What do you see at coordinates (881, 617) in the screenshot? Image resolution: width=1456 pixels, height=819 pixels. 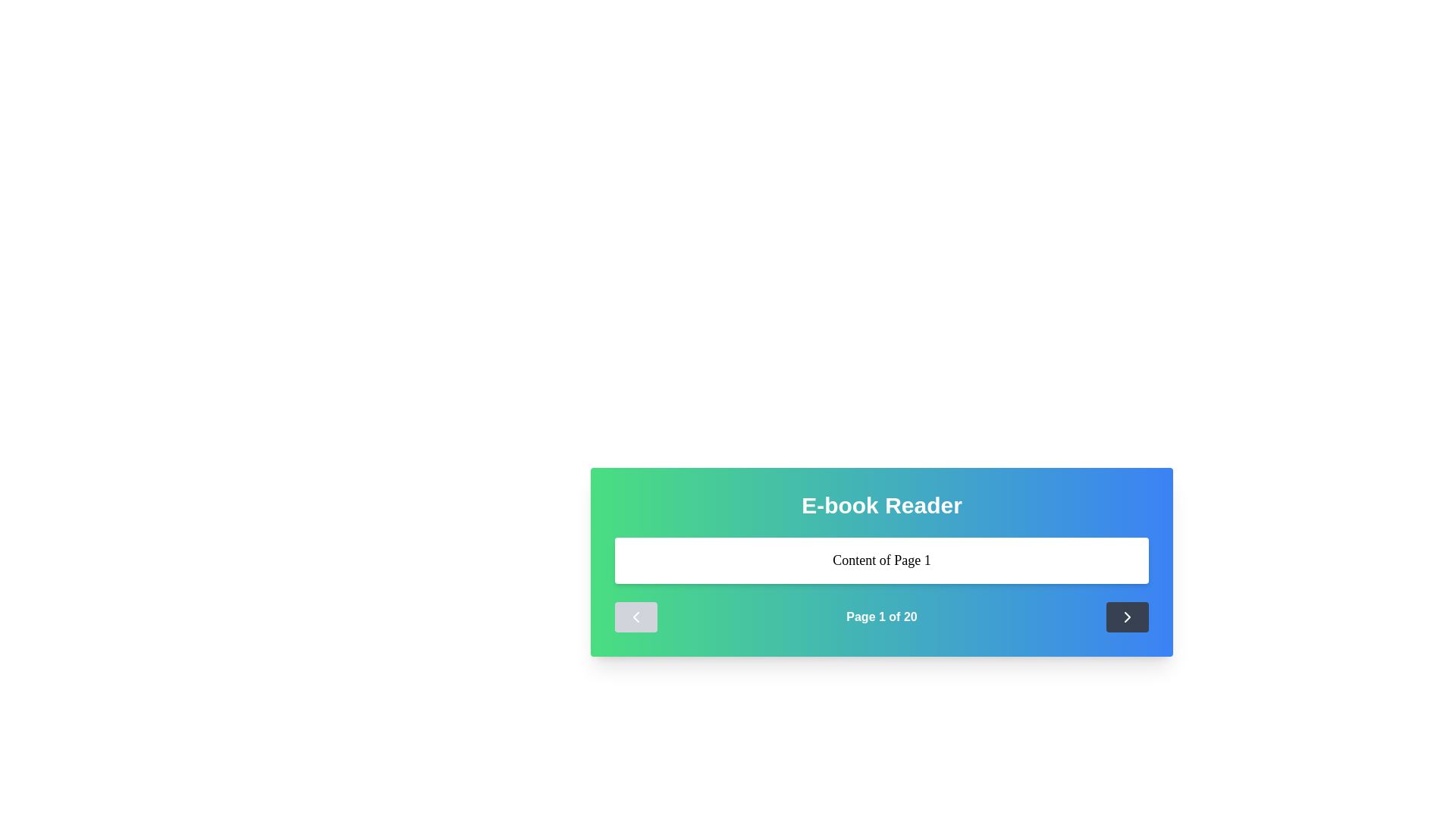 I see `displayed information from the text area showing 'Page 1 of 20', which is styled in white font against a vibrant gradient background and is located at the bottom section of a card component` at bounding box center [881, 617].